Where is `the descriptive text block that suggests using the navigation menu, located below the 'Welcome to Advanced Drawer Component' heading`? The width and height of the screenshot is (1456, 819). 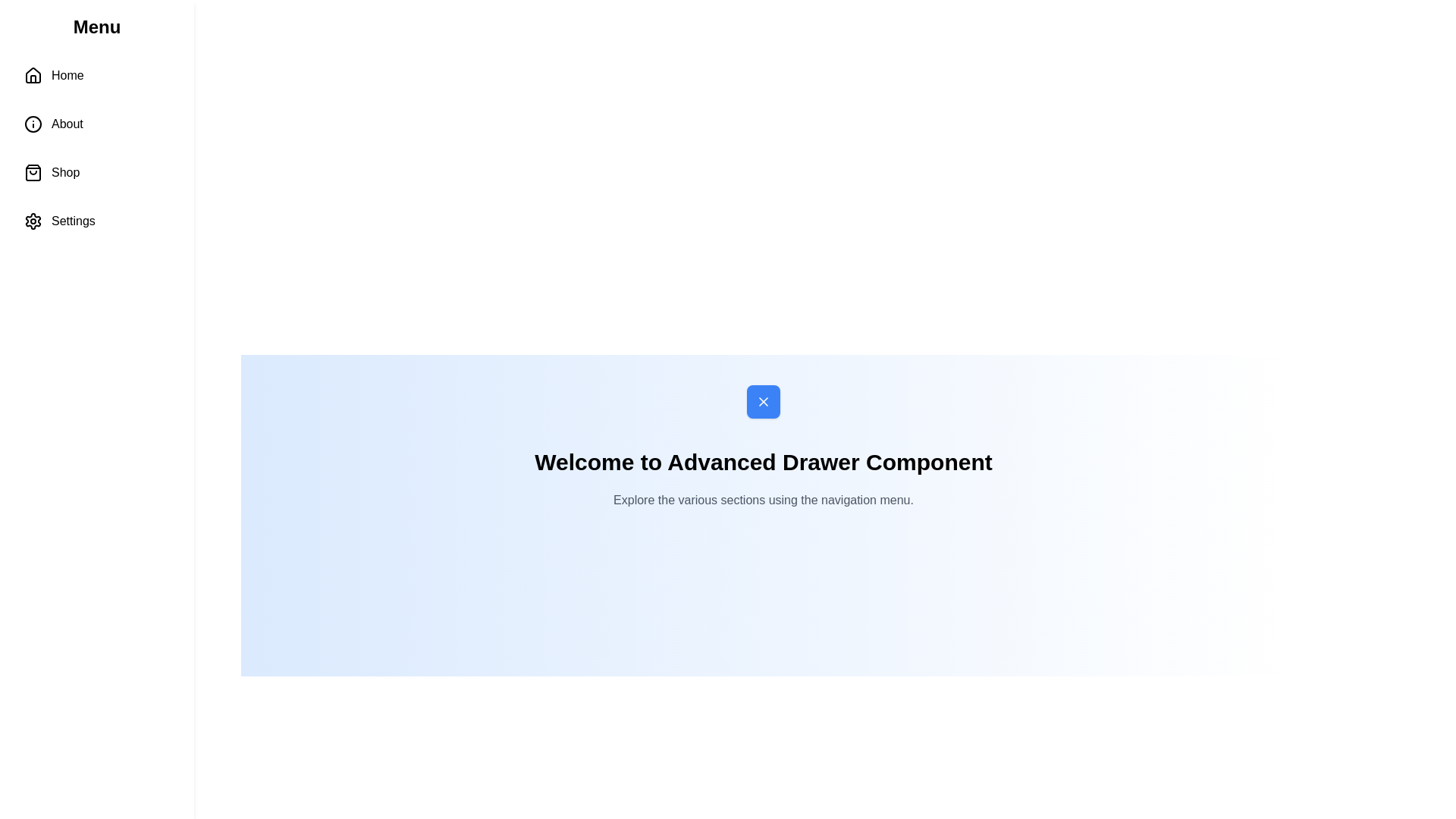 the descriptive text block that suggests using the navigation menu, located below the 'Welcome to Advanced Drawer Component' heading is located at coordinates (764, 500).